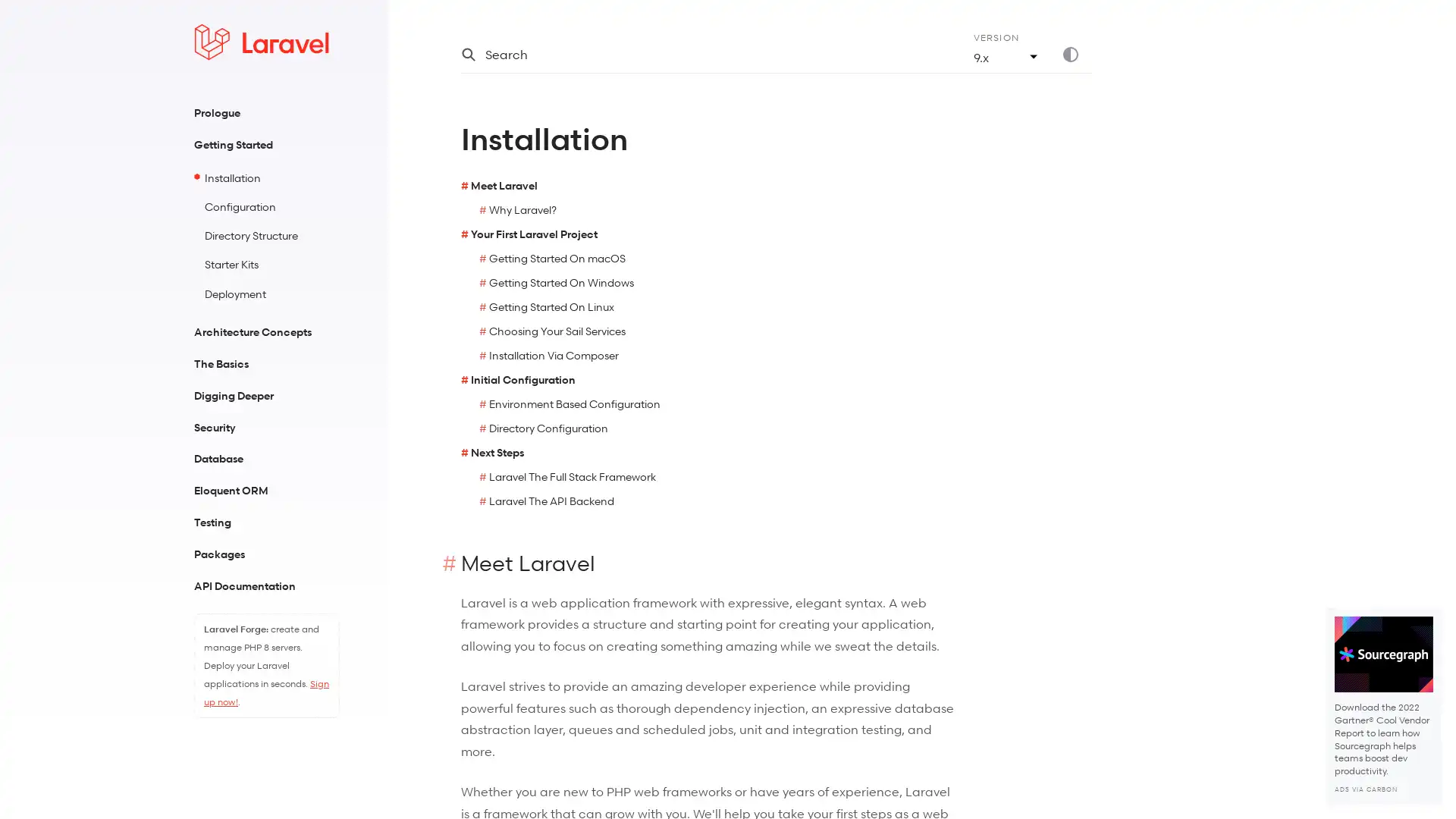 The height and width of the screenshot is (819, 1456). Describe the element at coordinates (1076, 54) in the screenshot. I see `Switch to dark mode` at that location.